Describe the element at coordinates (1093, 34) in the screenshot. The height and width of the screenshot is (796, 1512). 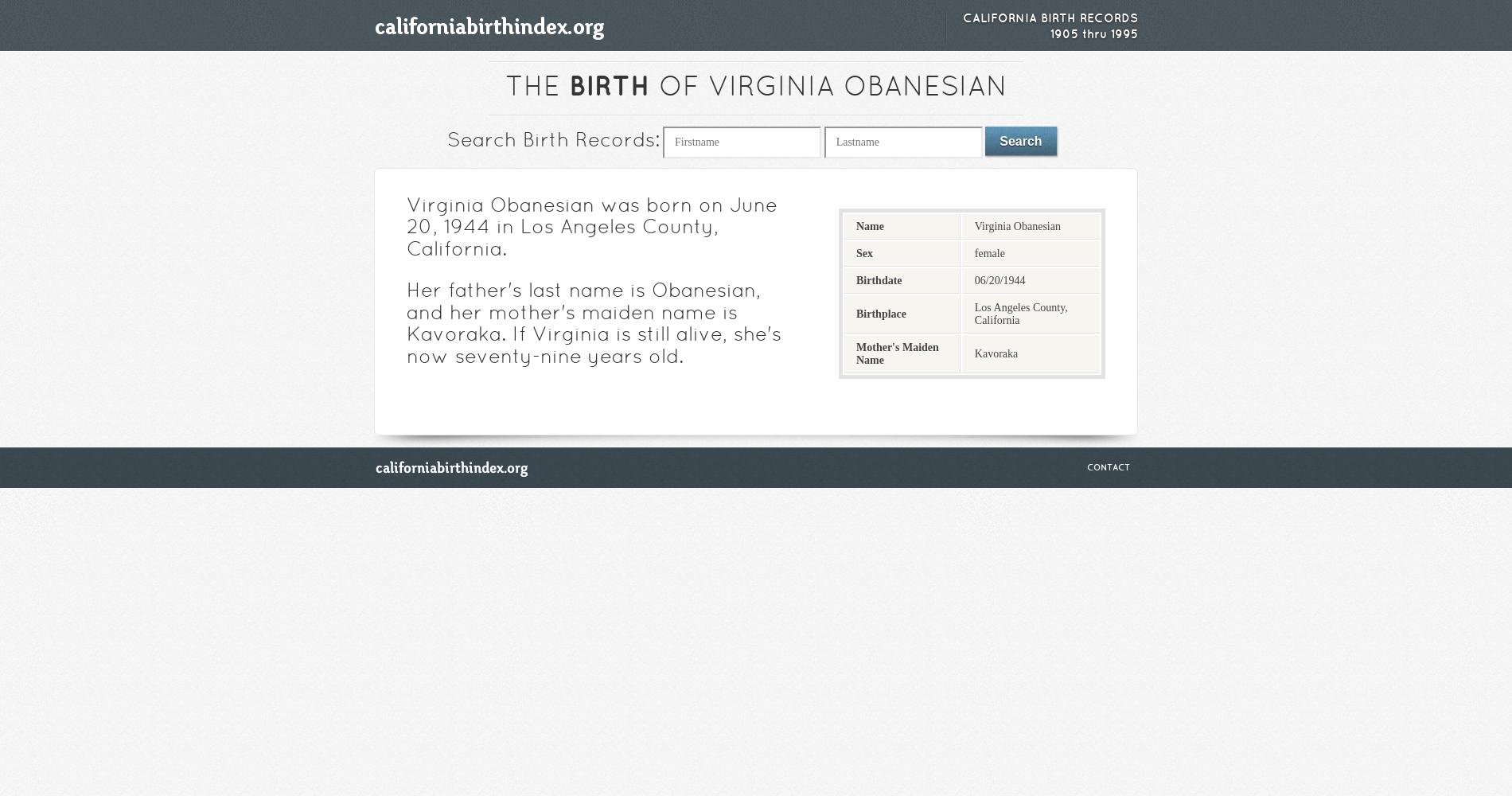
I see `'1905 thru 1995'` at that location.